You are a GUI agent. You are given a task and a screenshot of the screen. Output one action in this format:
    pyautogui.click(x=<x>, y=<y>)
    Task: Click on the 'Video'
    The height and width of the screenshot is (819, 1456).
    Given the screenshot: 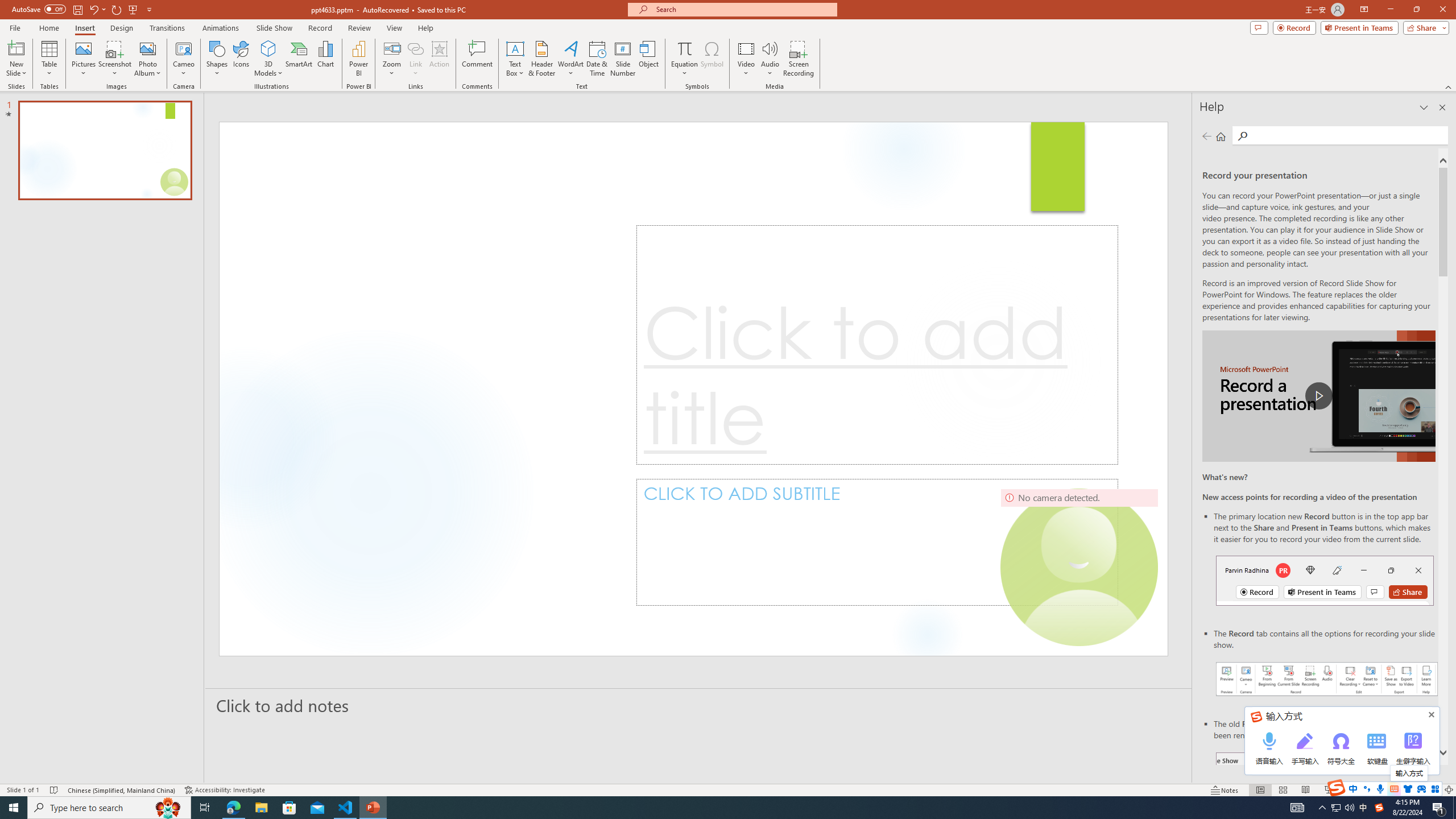 What is the action you would take?
    pyautogui.click(x=746, y=59)
    